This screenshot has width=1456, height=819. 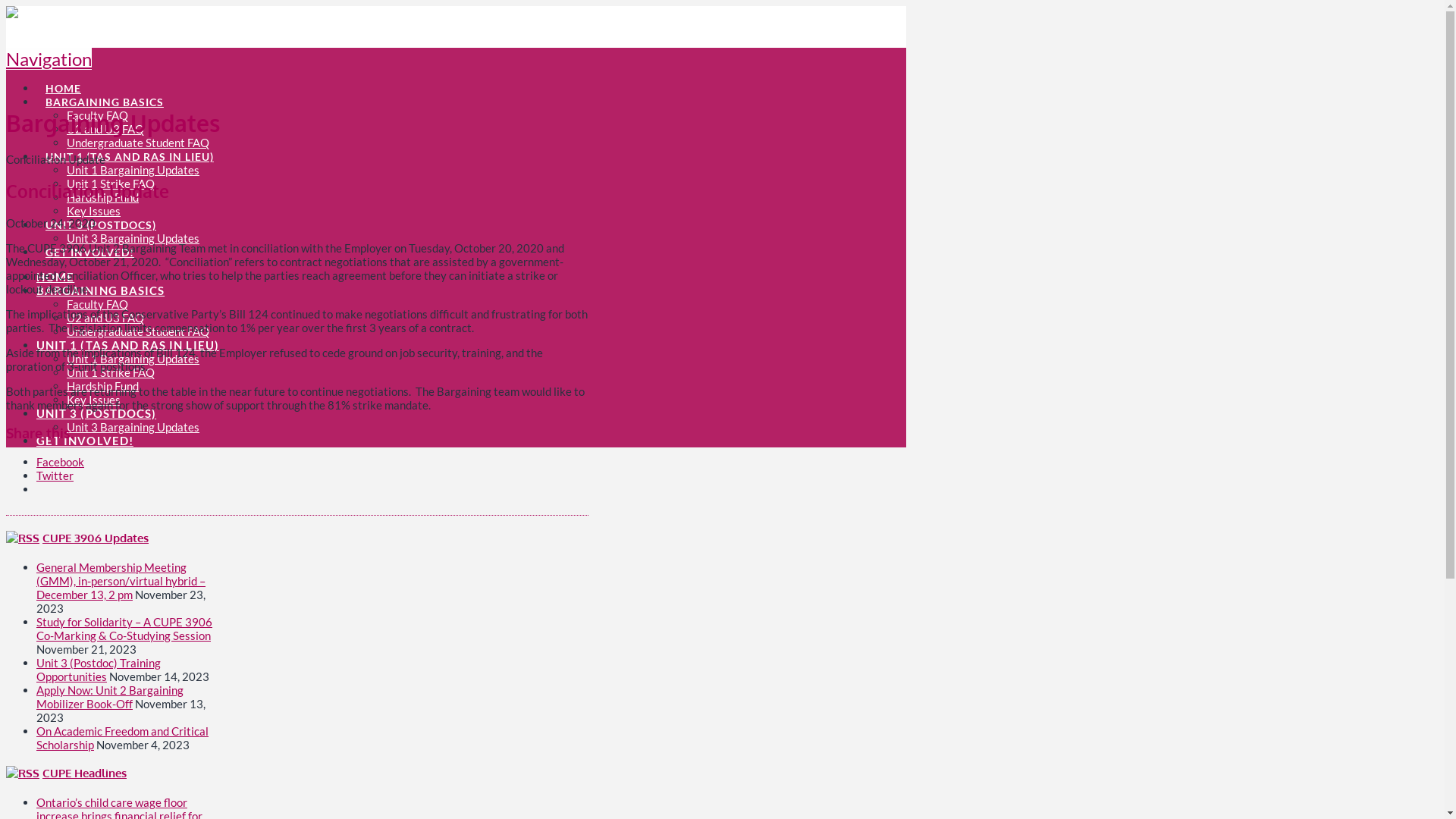 What do you see at coordinates (109, 183) in the screenshot?
I see `'Unit 1 Strike FAQ'` at bounding box center [109, 183].